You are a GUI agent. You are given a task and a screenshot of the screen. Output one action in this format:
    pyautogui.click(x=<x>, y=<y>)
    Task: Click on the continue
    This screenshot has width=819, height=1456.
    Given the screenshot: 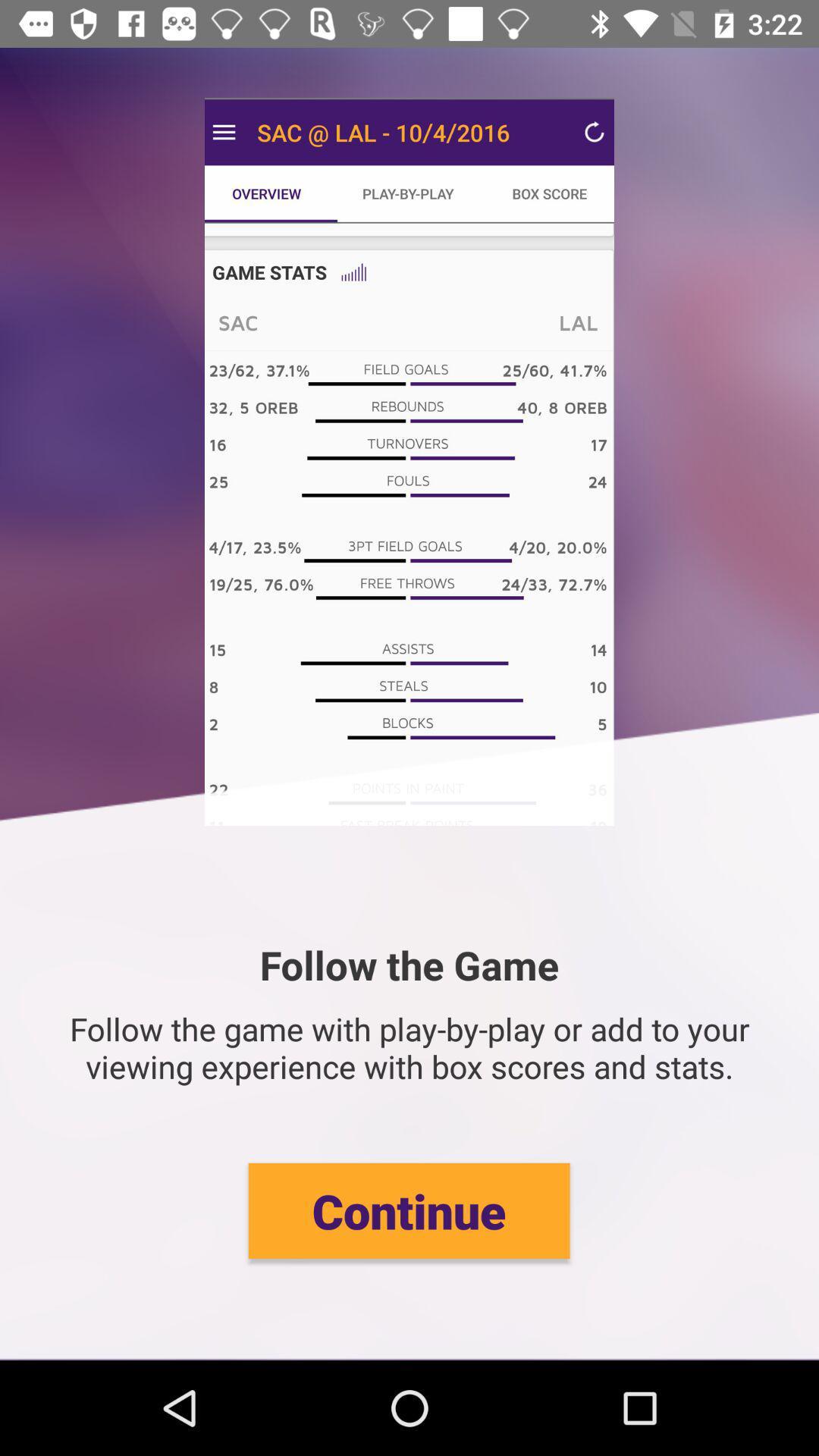 What is the action you would take?
    pyautogui.click(x=408, y=1210)
    